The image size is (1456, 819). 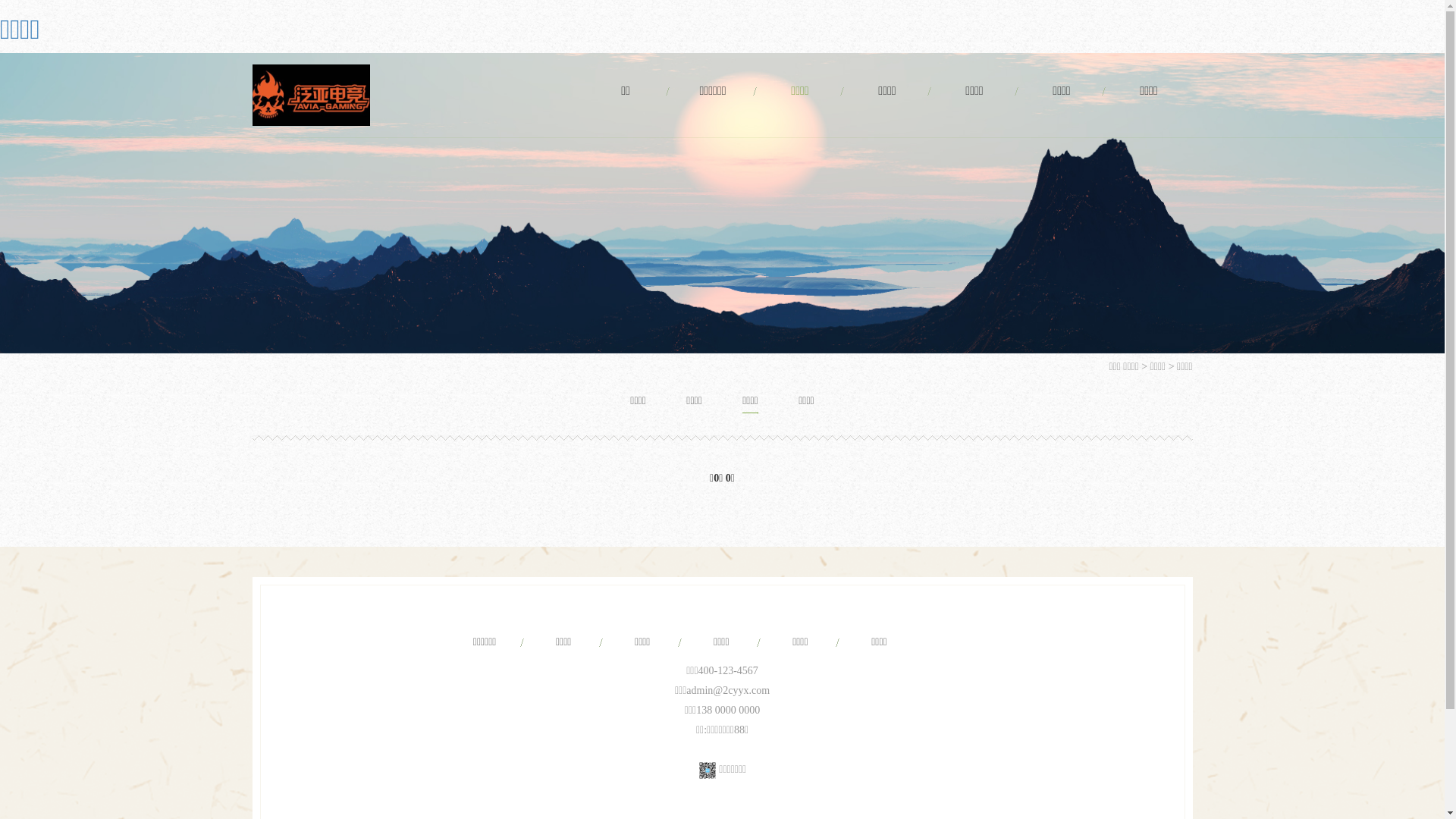 I want to click on '400-123-4567', so click(x=726, y=670).